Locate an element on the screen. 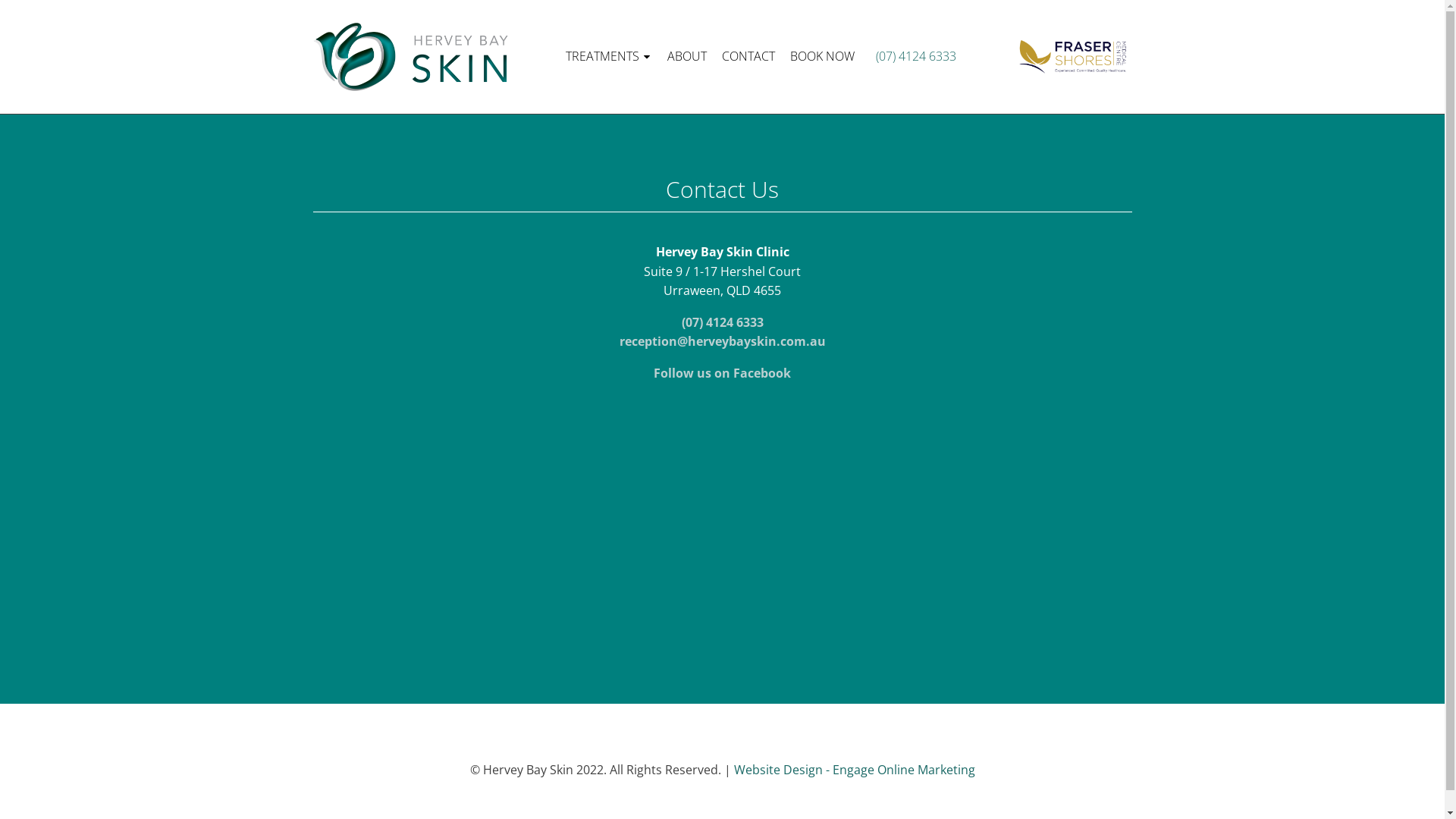  '(07) 4124 6333' is located at coordinates (720, 321).